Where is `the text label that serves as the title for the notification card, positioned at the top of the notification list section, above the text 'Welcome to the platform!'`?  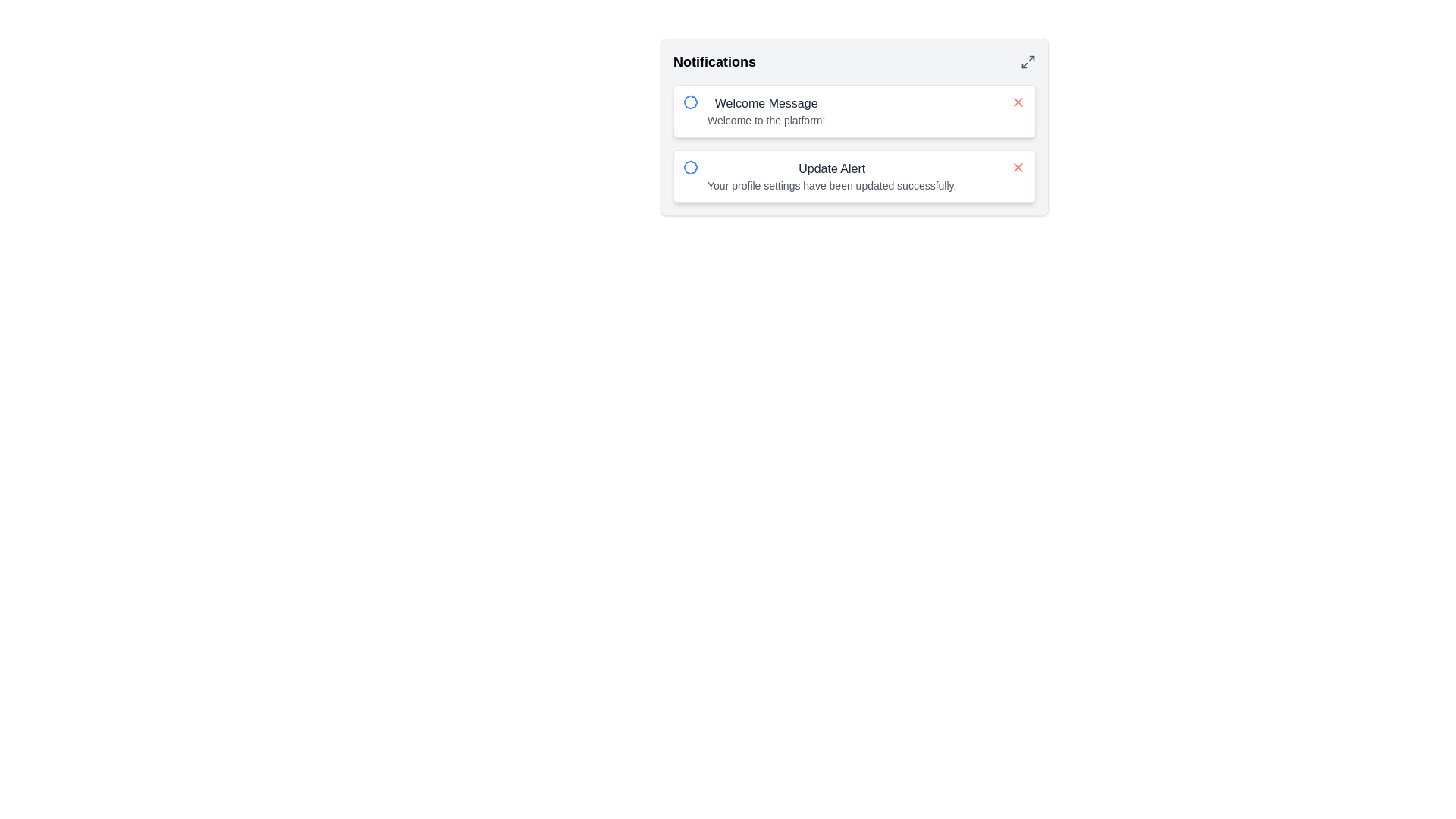
the text label that serves as the title for the notification card, positioned at the top of the notification list section, above the text 'Welcome to the platform!' is located at coordinates (766, 103).